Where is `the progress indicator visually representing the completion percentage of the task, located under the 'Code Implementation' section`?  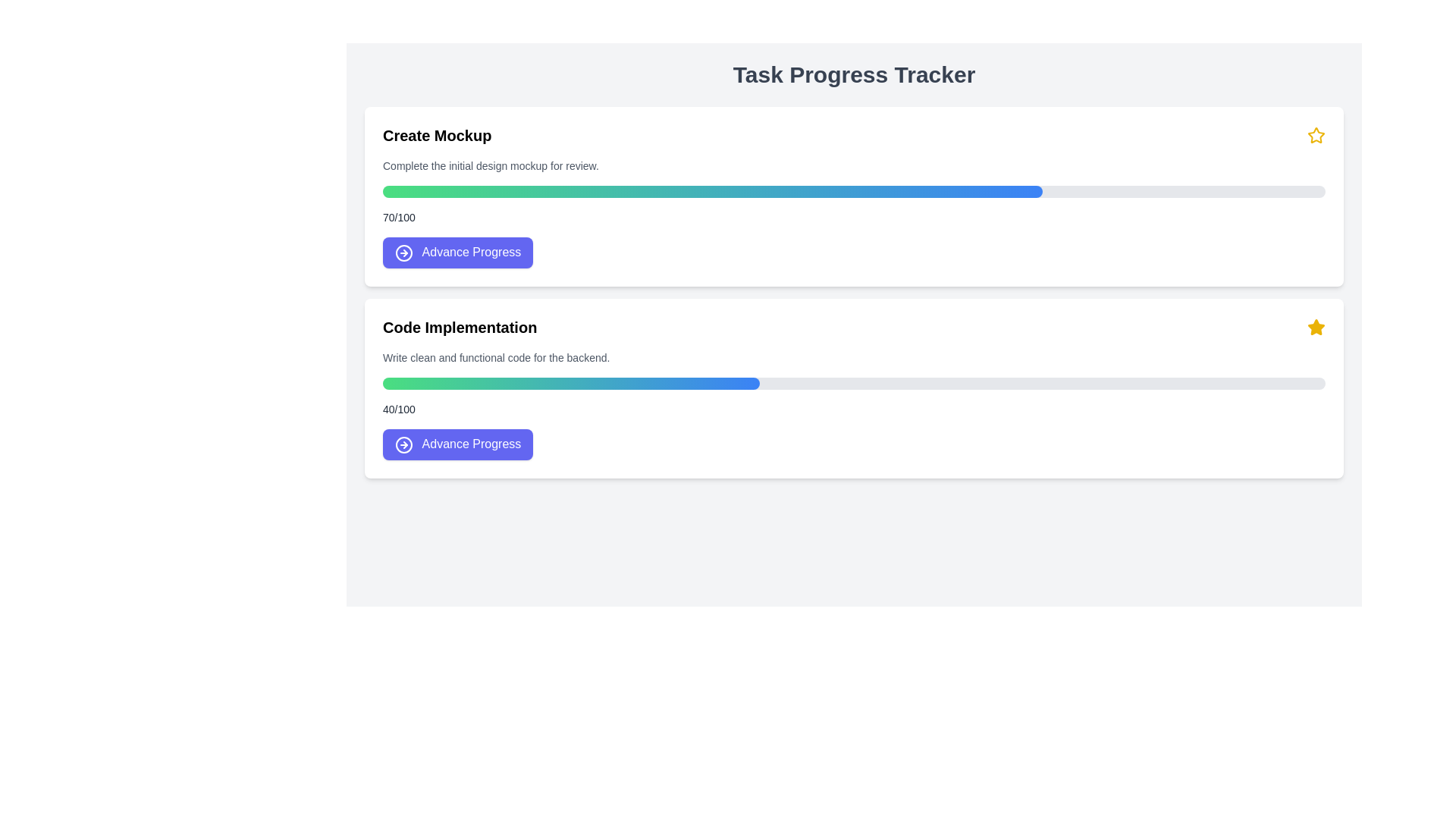 the progress indicator visually representing the completion percentage of the task, located under the 'Code Implementation' section is located at coordinates (570, 382).